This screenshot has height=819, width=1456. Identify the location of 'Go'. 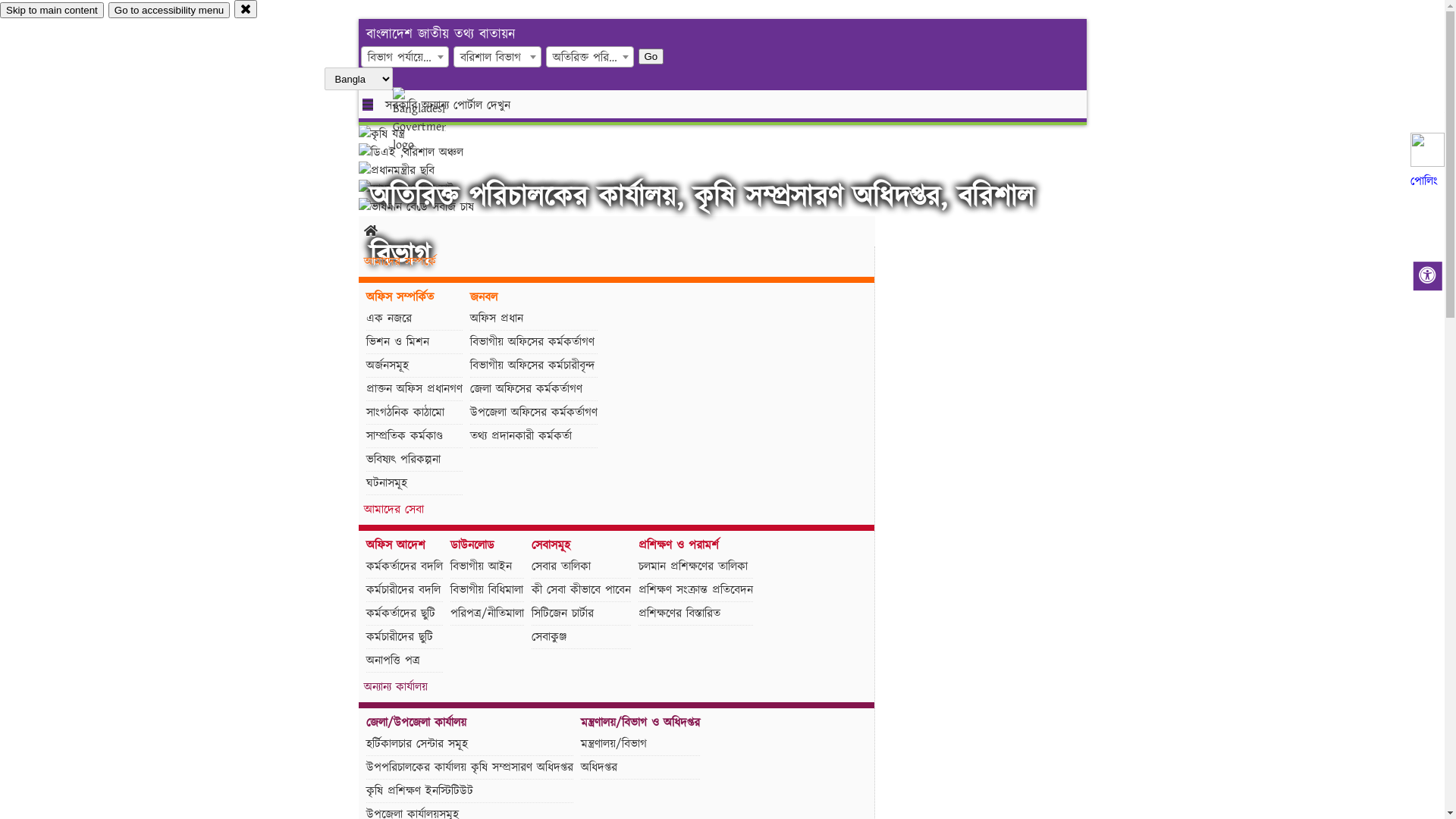
(651, 55).